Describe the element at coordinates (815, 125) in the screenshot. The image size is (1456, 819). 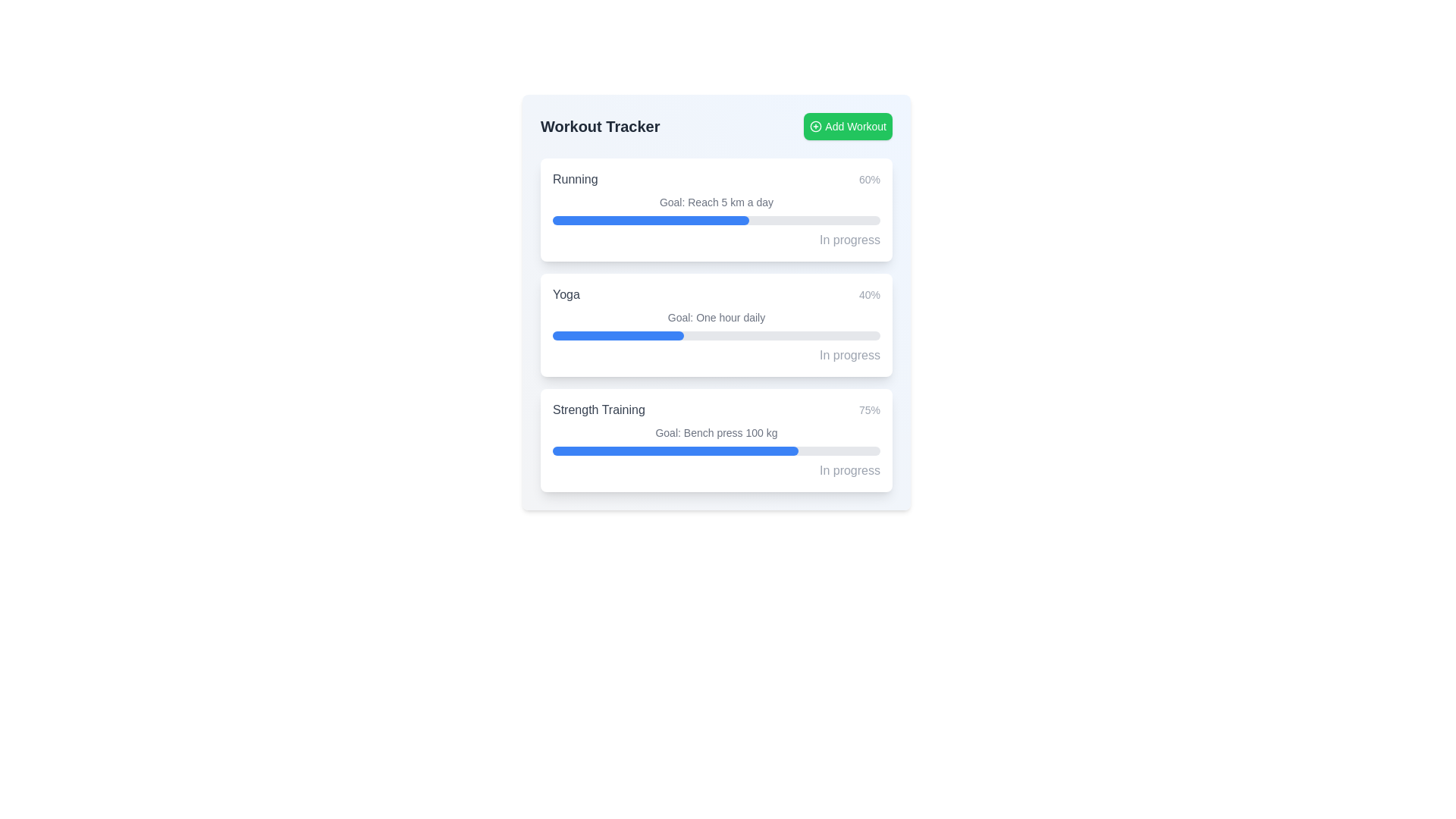
I see `the 'Add Workout' button including the adjacent icon` at that location.